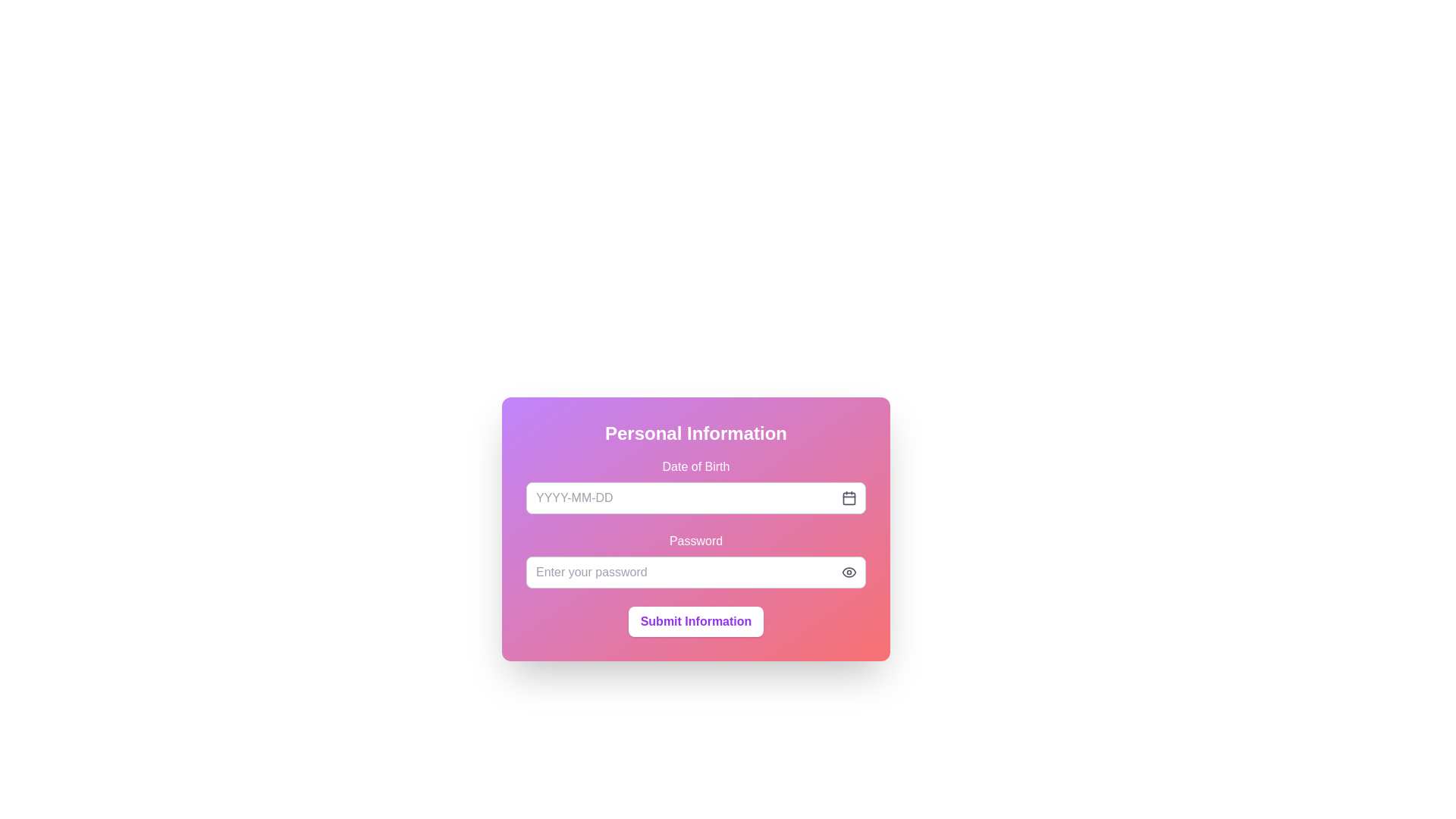 This screenshot has height=819, width=1456. Describe the element at coordinates (848, 573) in the screenshot. I see `the button styled with a subtle gray color that includes an eye icon, located to the right of the password input field` at that location.